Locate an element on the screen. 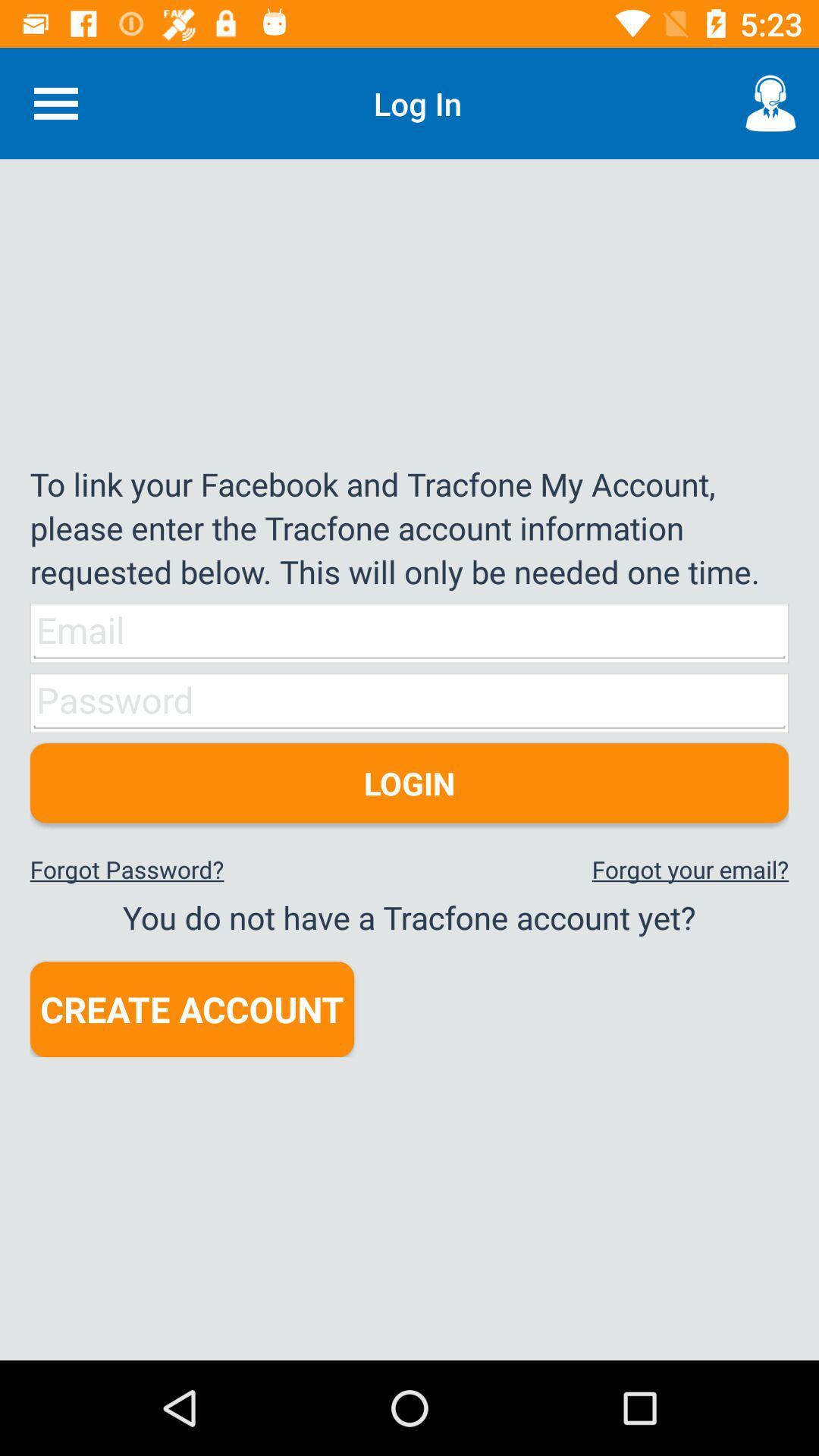 The image size is (819, 1456). the item to the left of the log in is located at coordinates (55, 102).